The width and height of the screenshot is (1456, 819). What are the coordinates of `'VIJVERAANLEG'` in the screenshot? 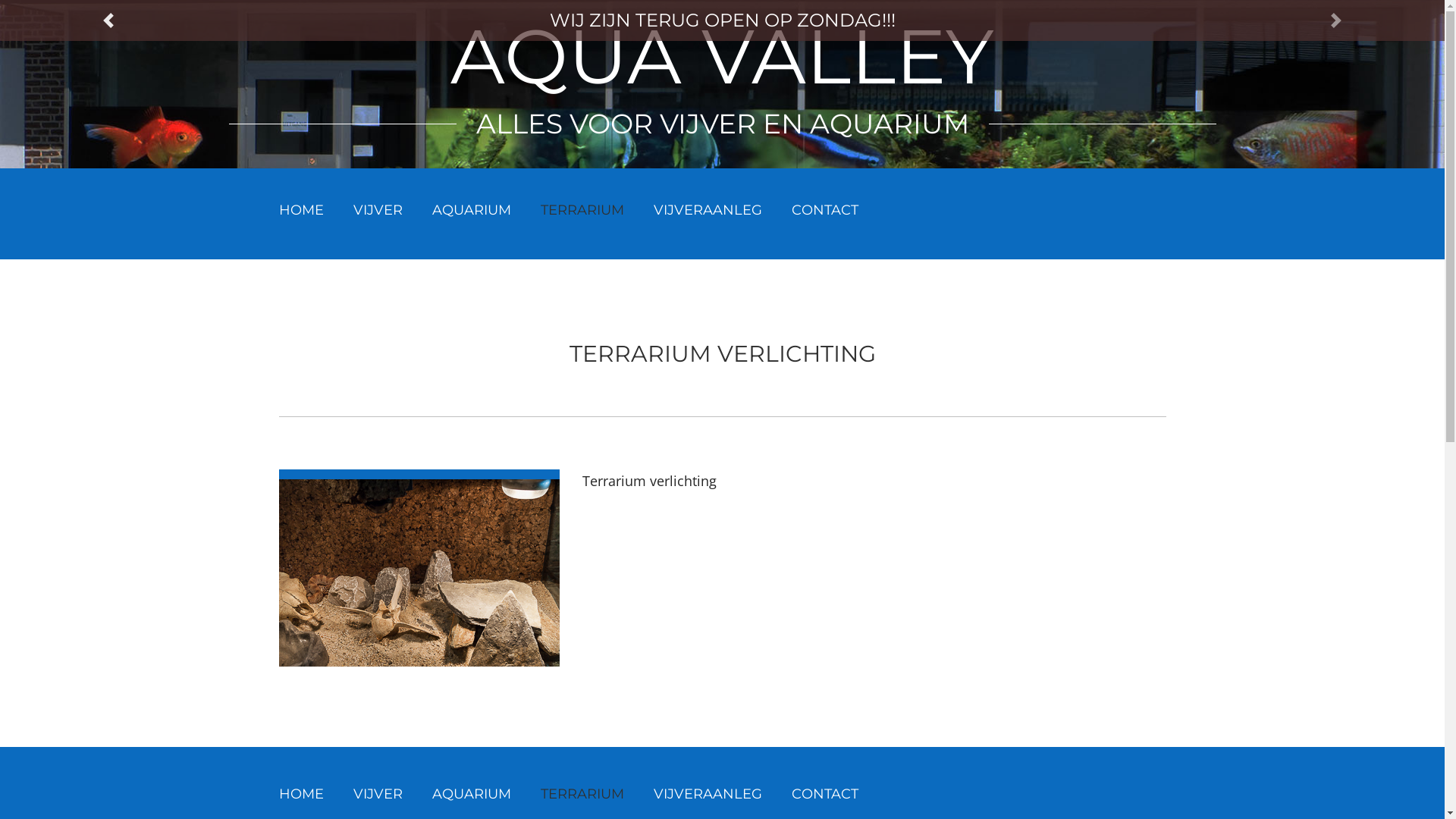 It's located at (707, 210).